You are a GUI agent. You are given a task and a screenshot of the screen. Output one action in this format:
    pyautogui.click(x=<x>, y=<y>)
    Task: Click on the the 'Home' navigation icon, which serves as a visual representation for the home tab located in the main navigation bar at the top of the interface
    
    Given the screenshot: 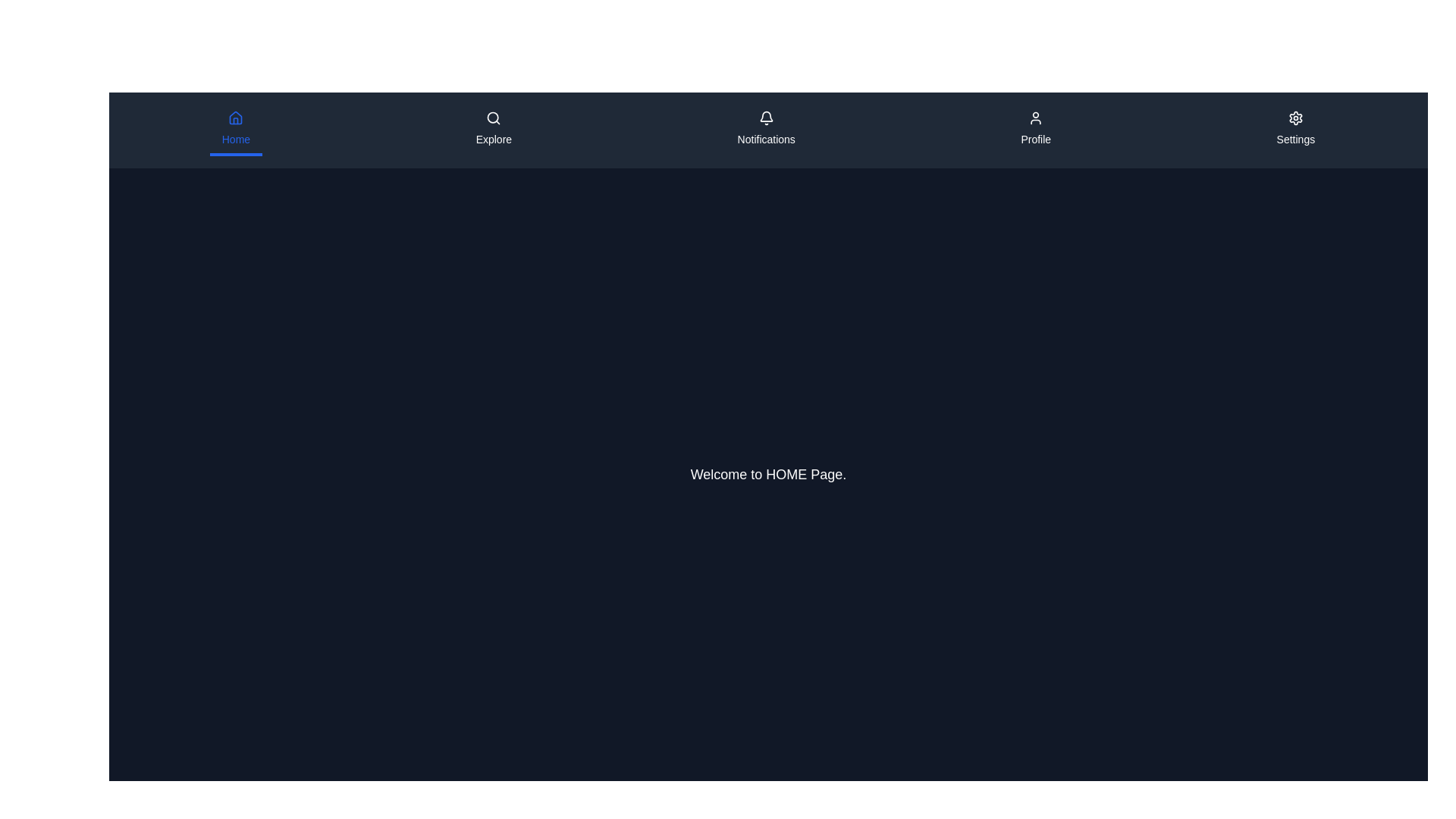 What is the action you would take?
    pyautogui.click(x=235, y=117)
    